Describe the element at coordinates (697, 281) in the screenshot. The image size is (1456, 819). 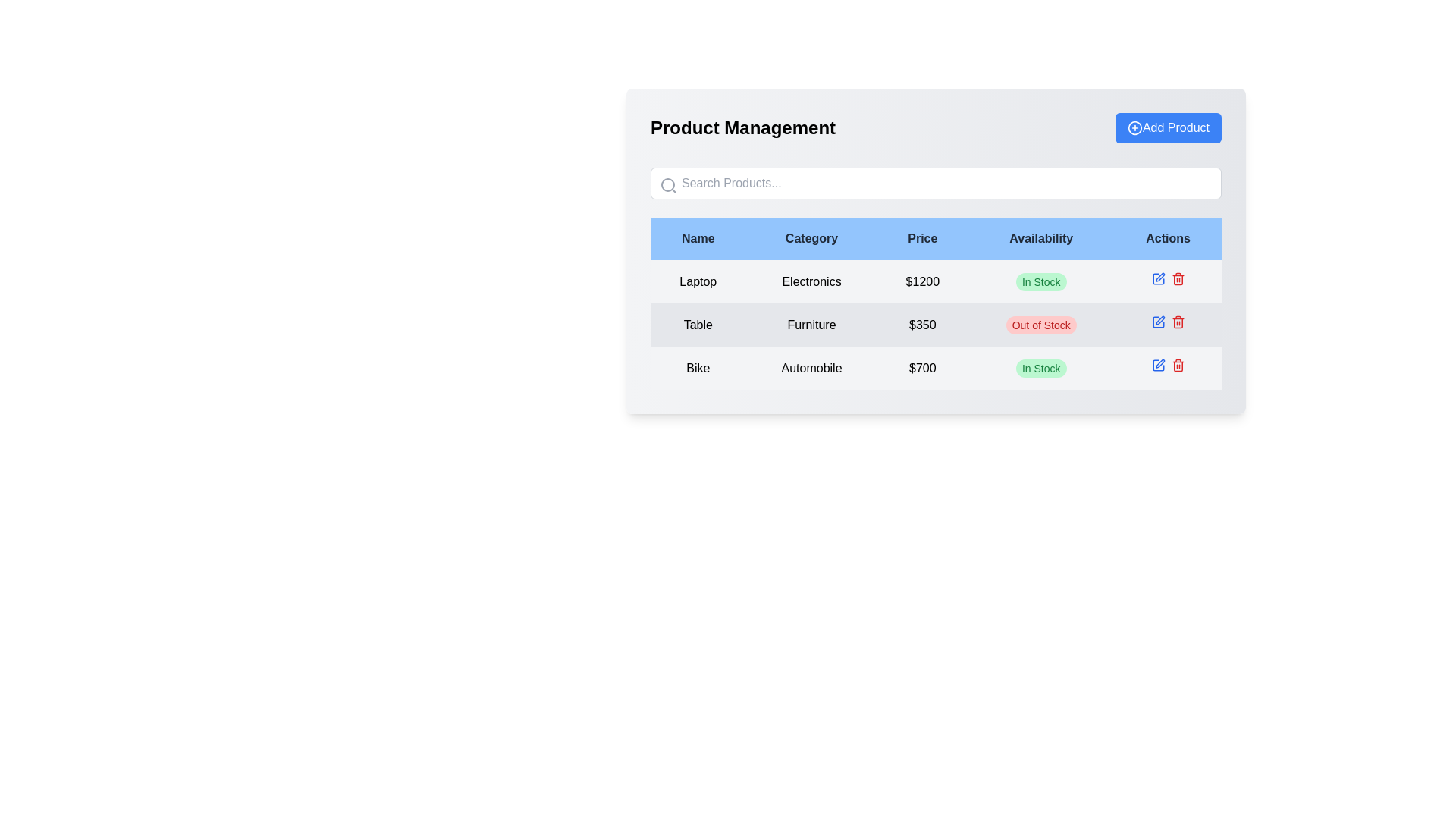
I see `the text label displaying 'Laptop' in black font, which is part of a table's first column labeled 'Name'` at that location.